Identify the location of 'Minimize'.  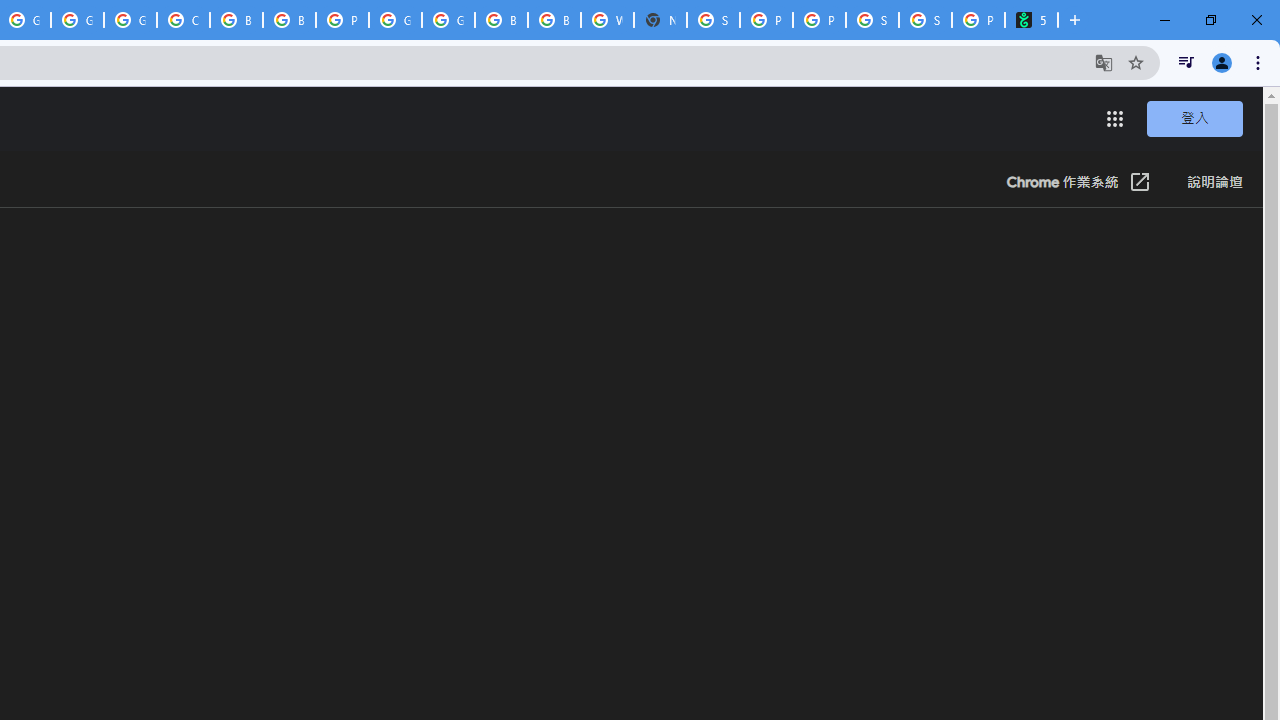
(1165, 20).